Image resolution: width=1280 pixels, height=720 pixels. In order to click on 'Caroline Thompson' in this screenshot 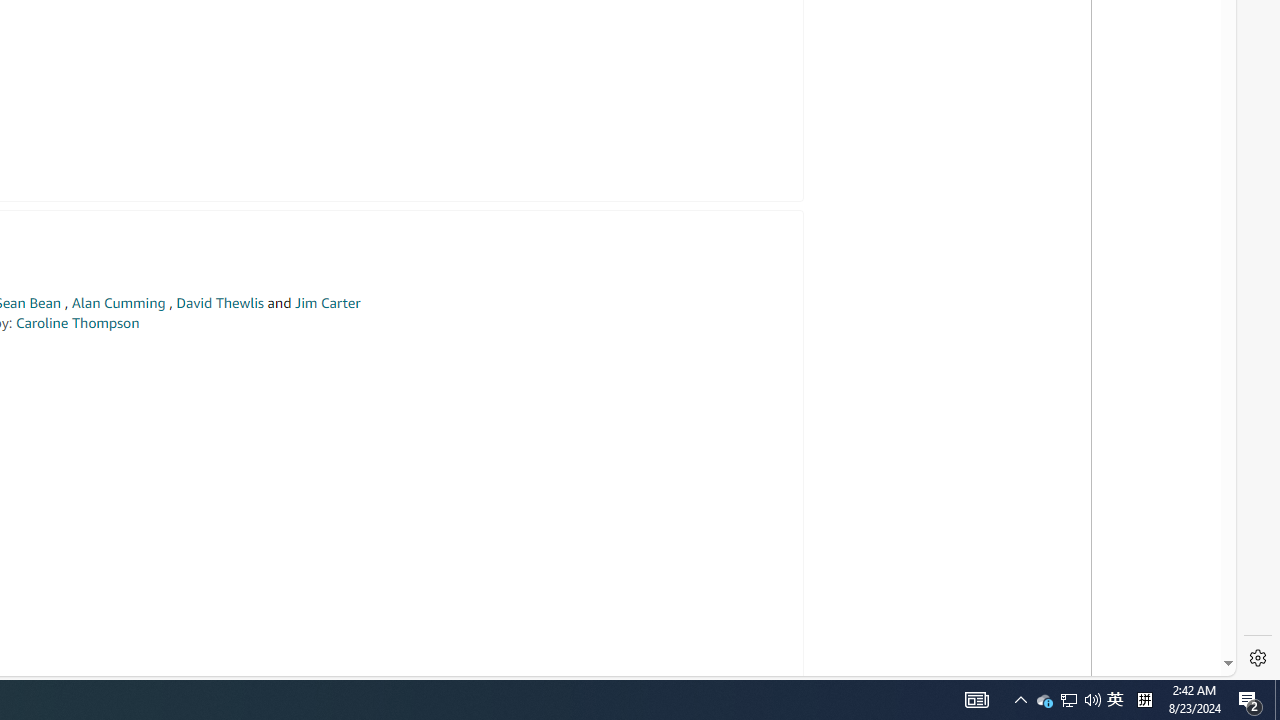, I will do `click(77, 322)`.